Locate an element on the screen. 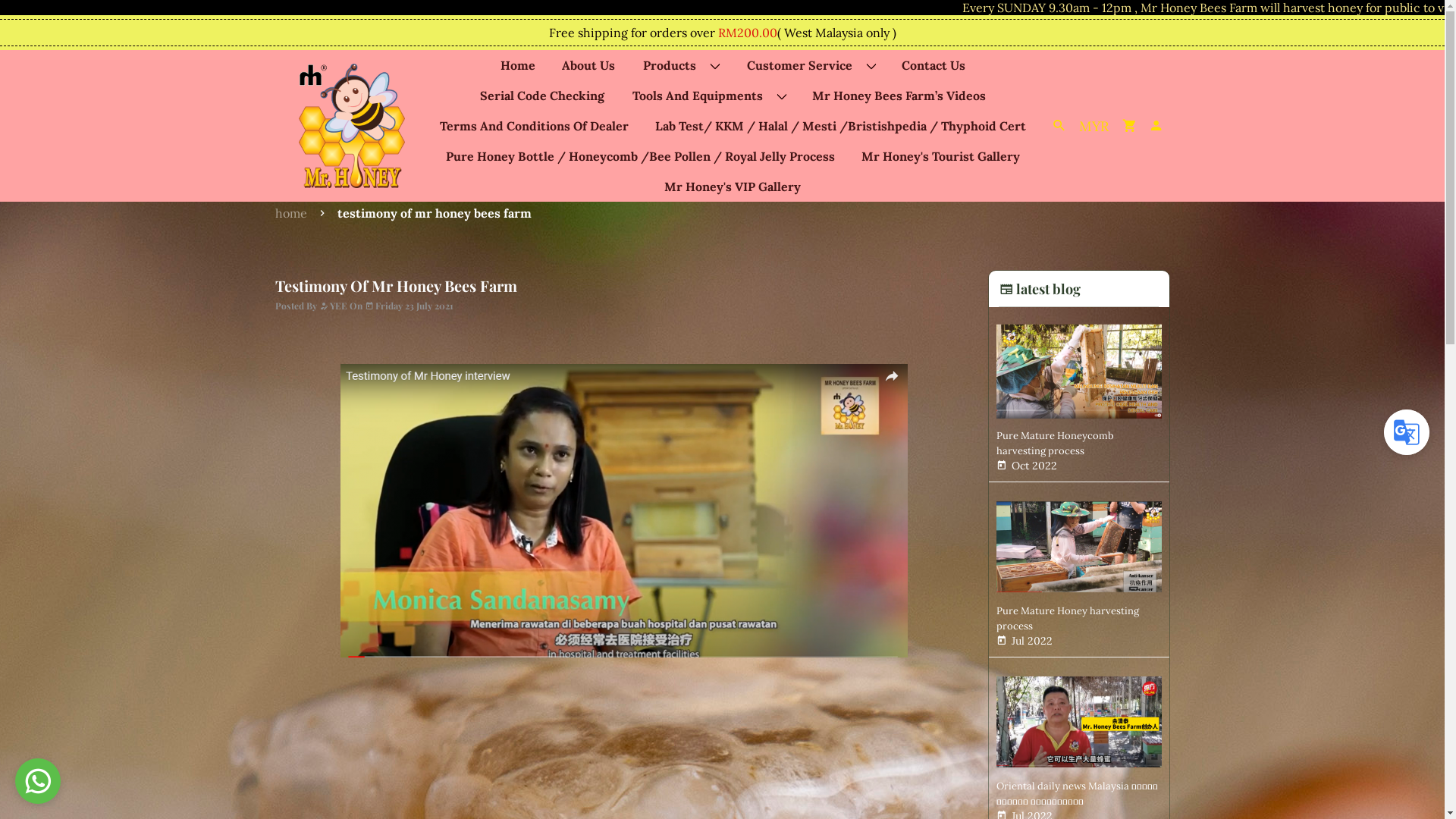 This screenshot has width=1456, height=819. 'Customer Service' is located at coordinates (809, 64).